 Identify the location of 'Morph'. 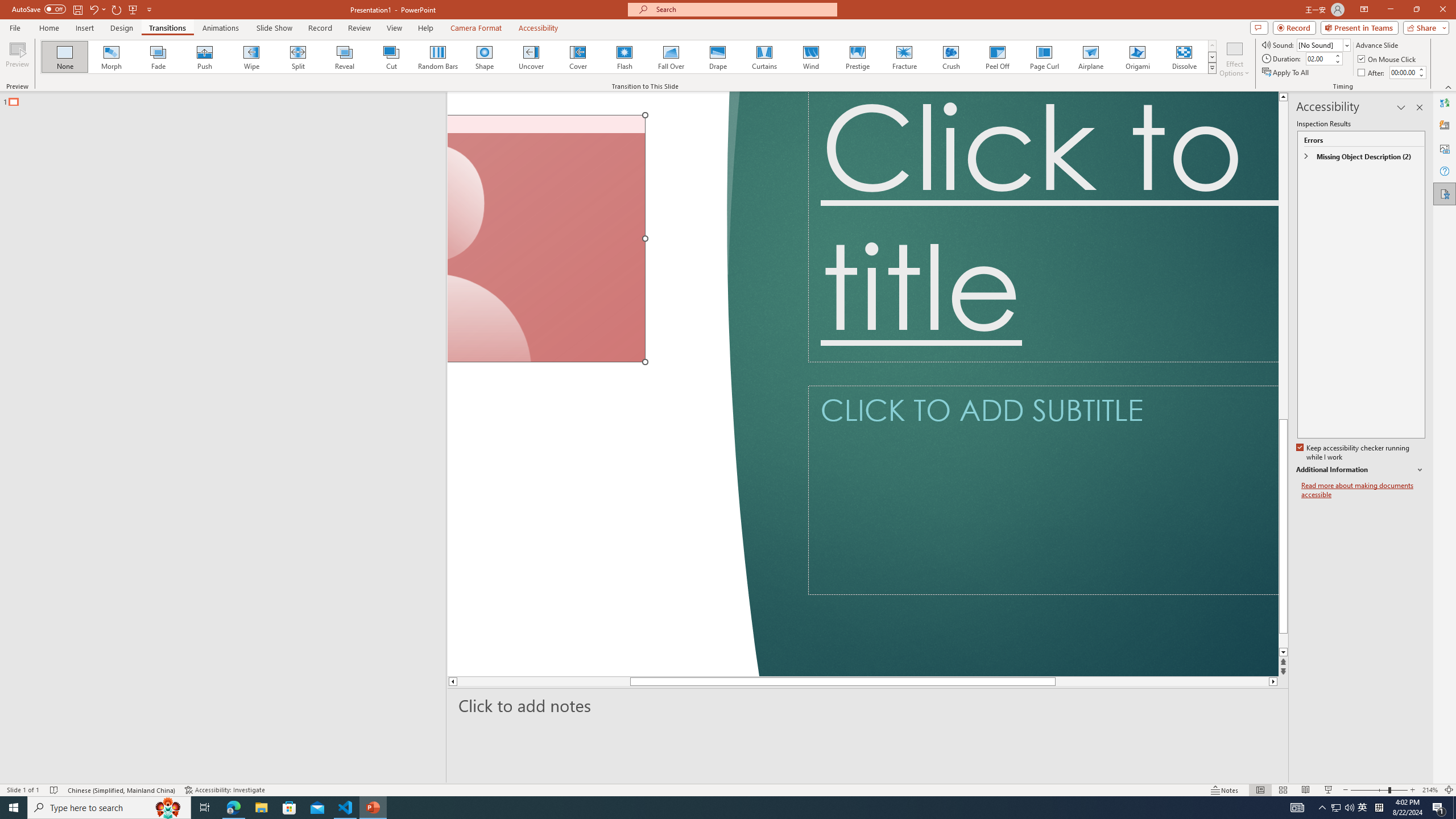
(111, 56).